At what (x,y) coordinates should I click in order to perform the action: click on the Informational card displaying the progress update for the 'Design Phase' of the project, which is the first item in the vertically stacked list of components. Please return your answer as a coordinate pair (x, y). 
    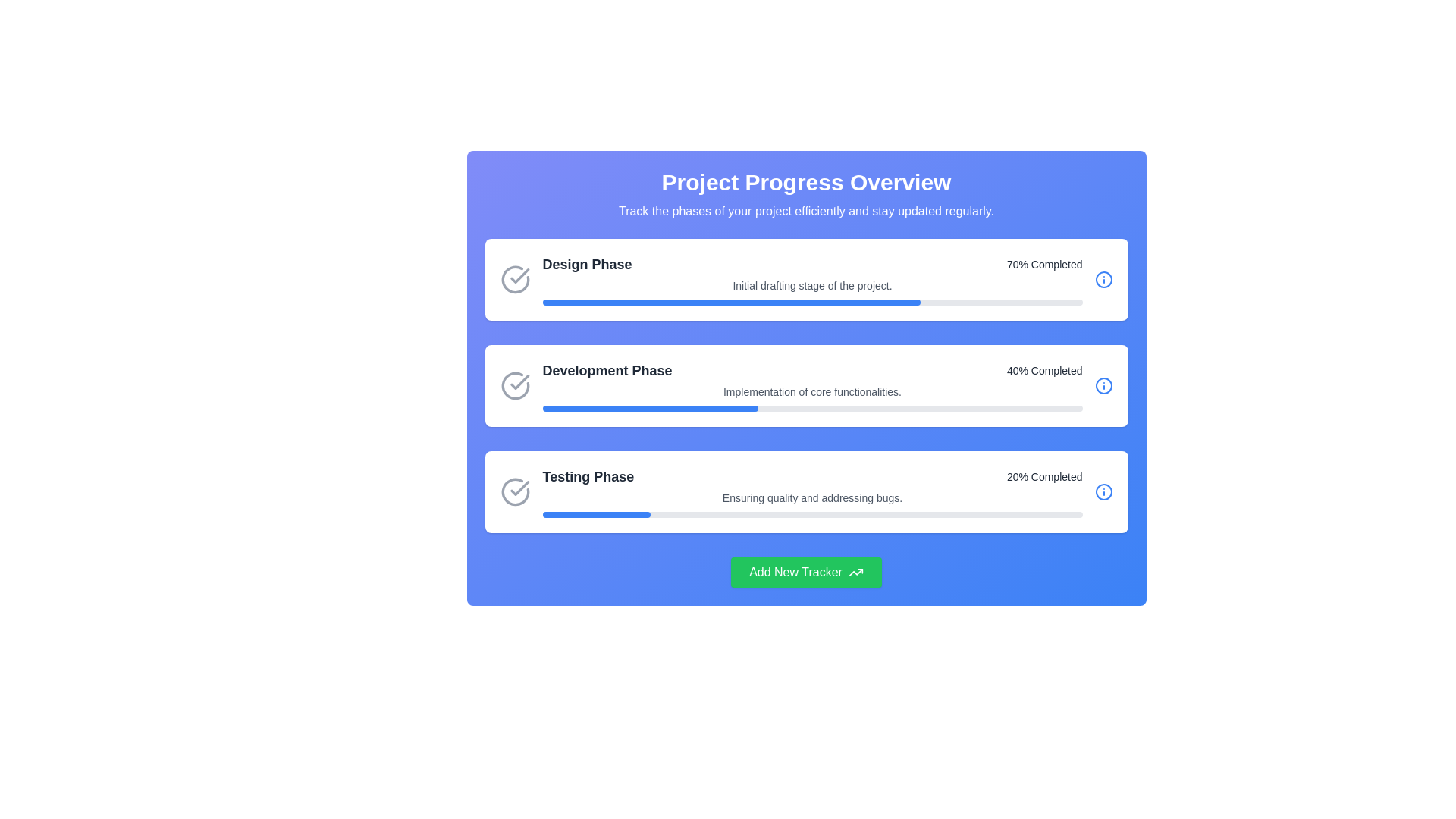
    Looking at the image, I should click on (805, 280).